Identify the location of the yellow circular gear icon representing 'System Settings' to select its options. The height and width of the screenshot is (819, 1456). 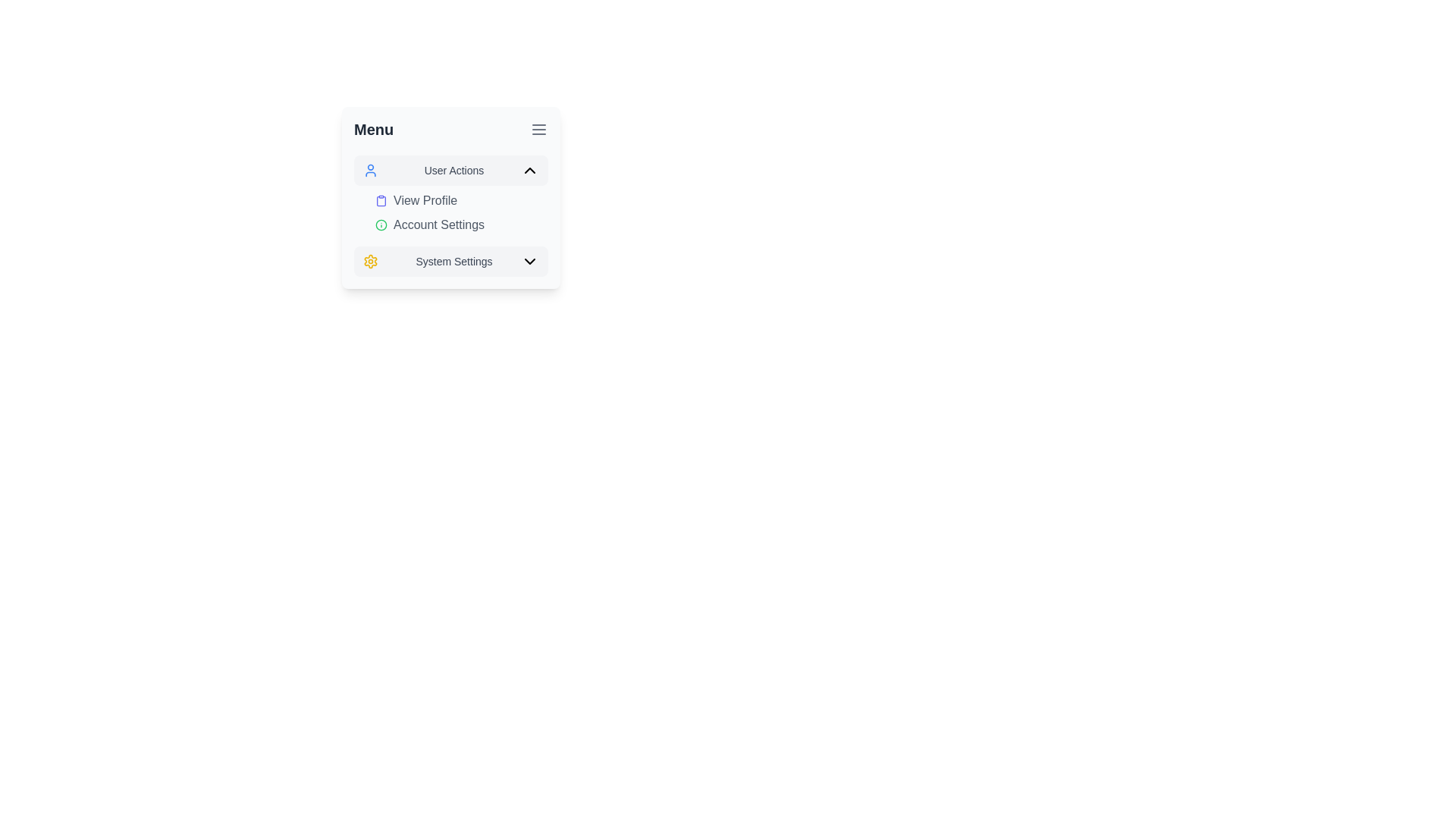
(371, 260).